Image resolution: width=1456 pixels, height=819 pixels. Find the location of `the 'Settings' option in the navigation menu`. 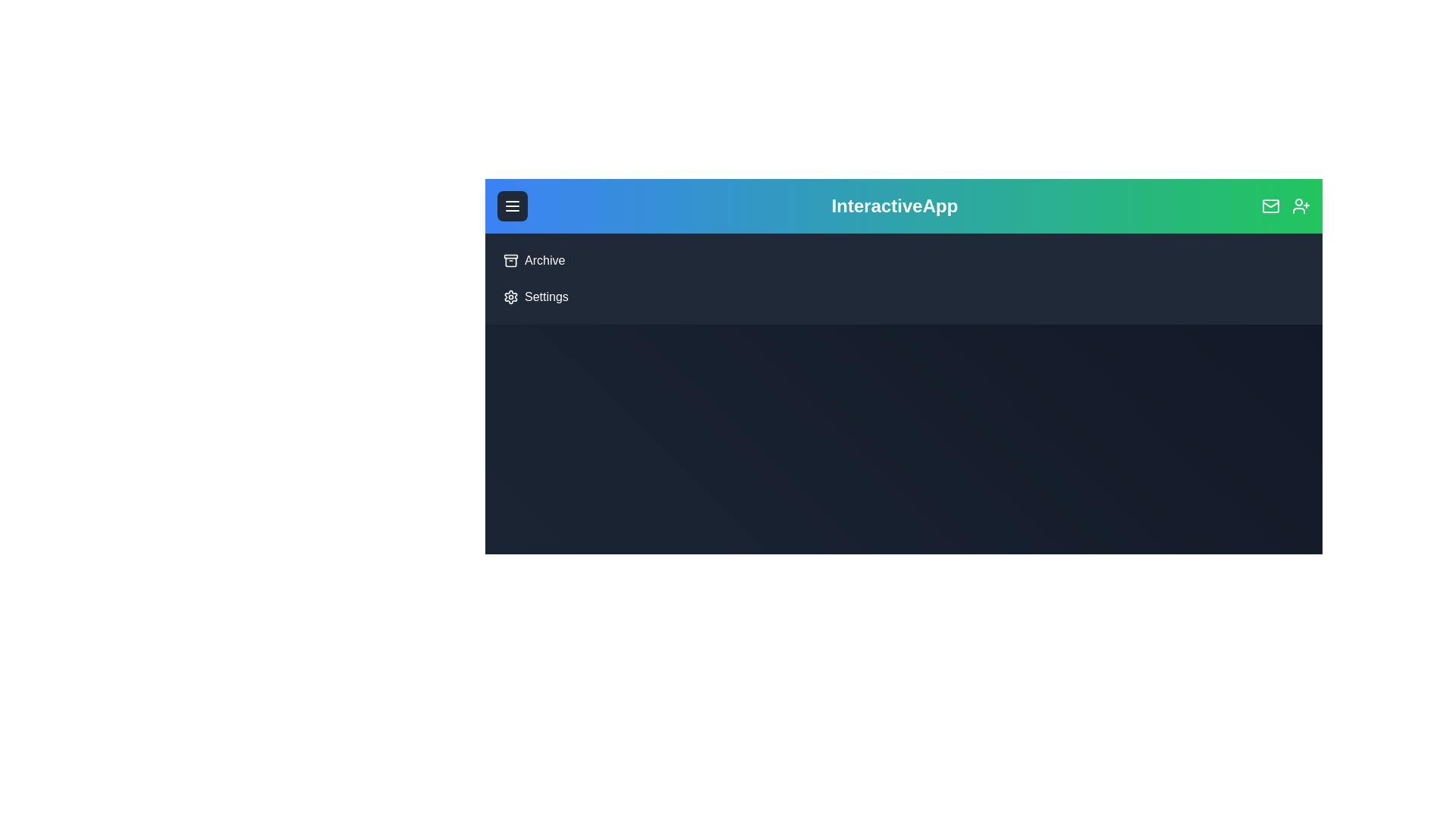

the 'Settings' option in the navigation menu is located at coordinates (524, 288).